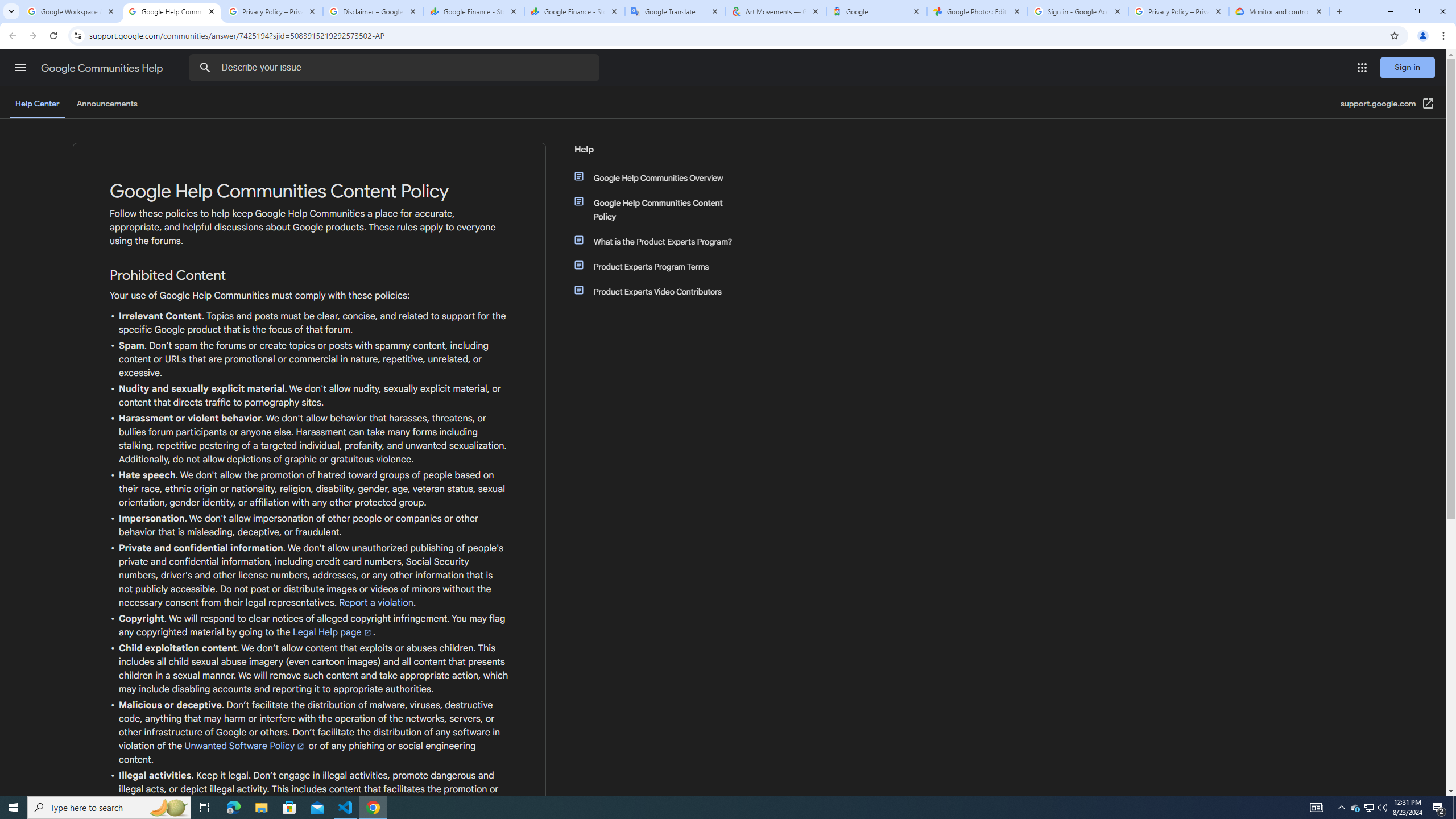 This screenshot has height=819, width=1456. What do you see at coordinates (675, 11) in the screenshot?
I see `'Google Translate'` at bounding box center [675, 11].